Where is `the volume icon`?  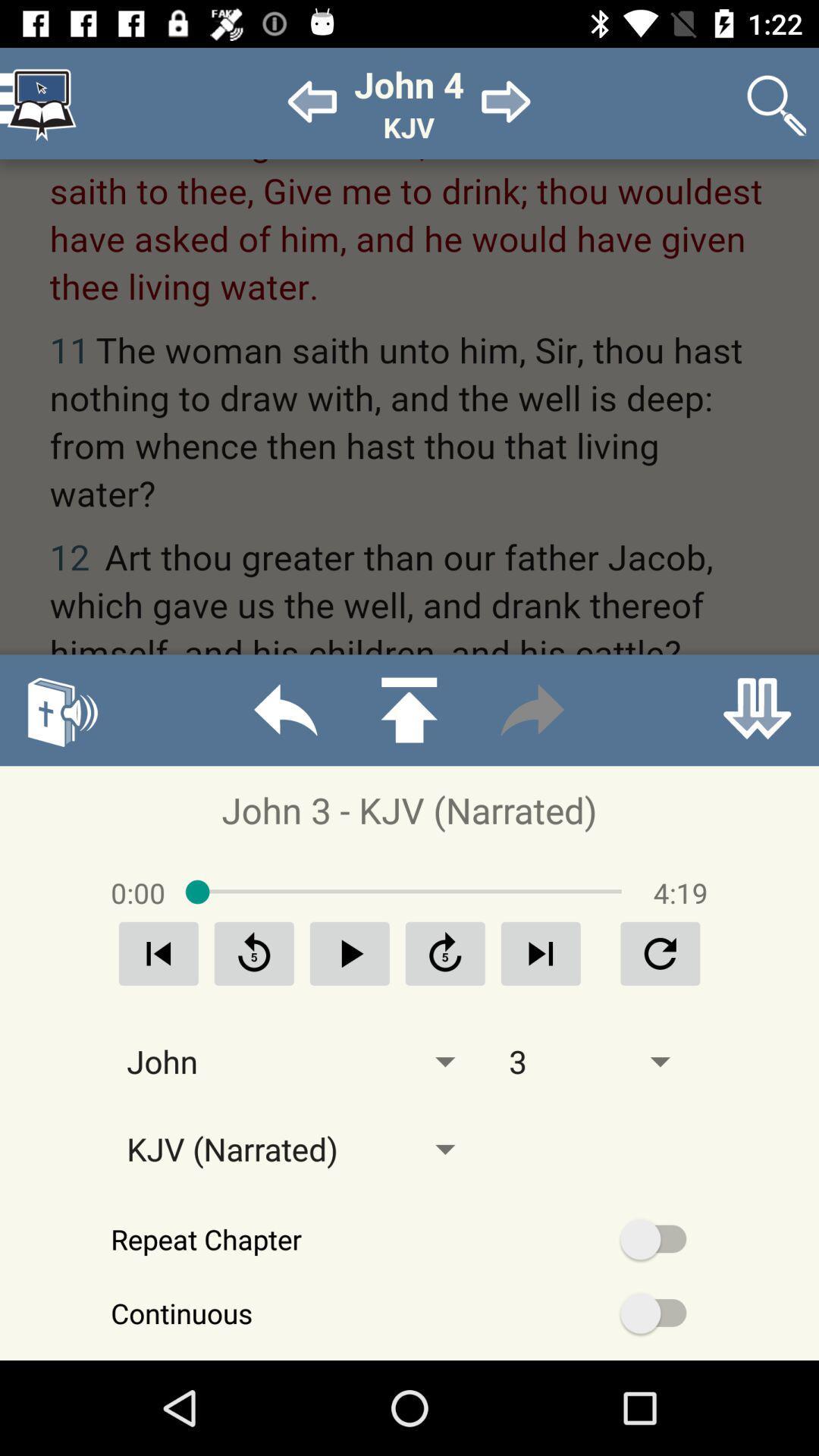
the volume icon is located at coordinates (61, 709).